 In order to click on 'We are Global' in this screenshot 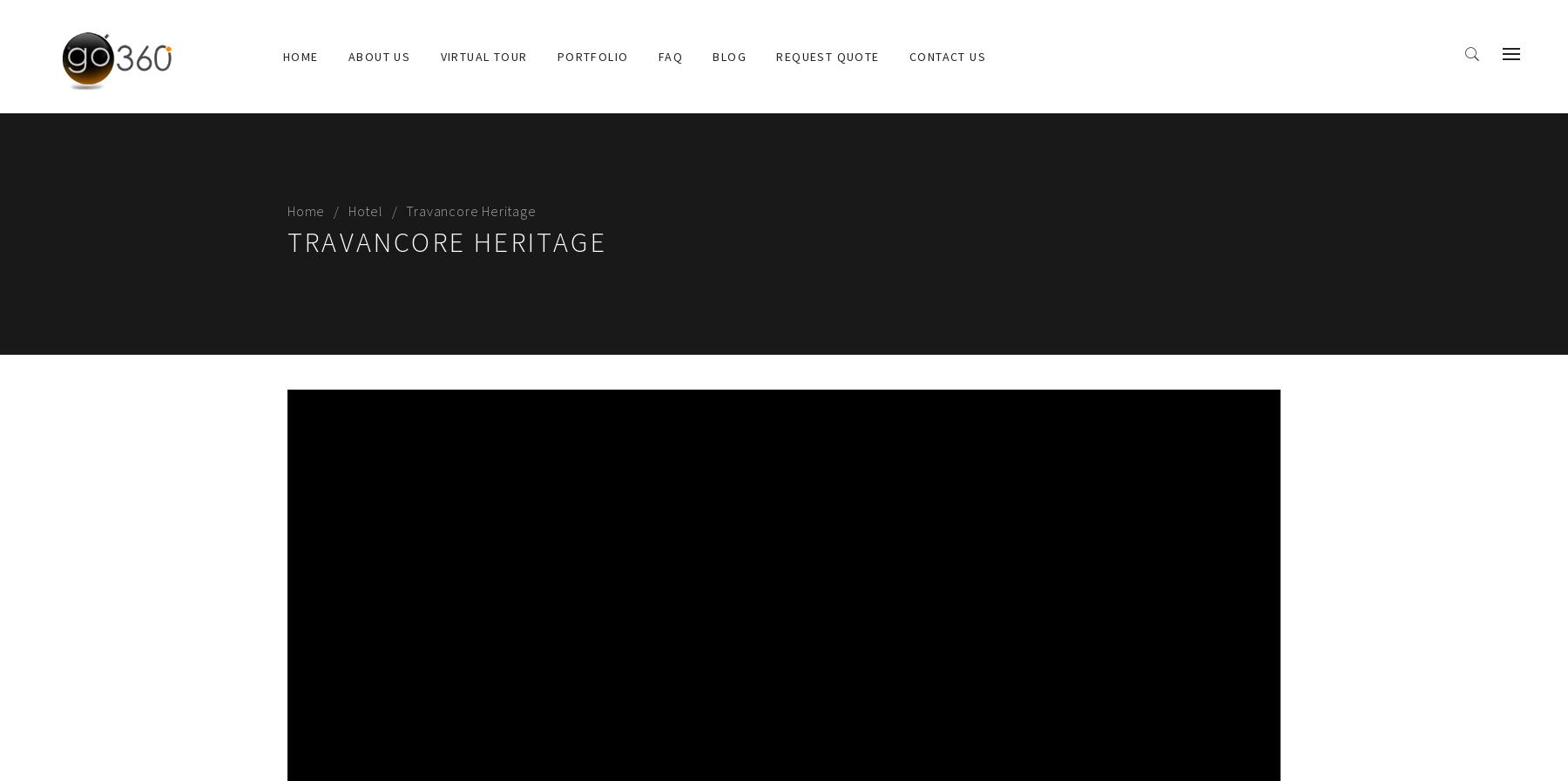, I will do `click(369, 161)`.